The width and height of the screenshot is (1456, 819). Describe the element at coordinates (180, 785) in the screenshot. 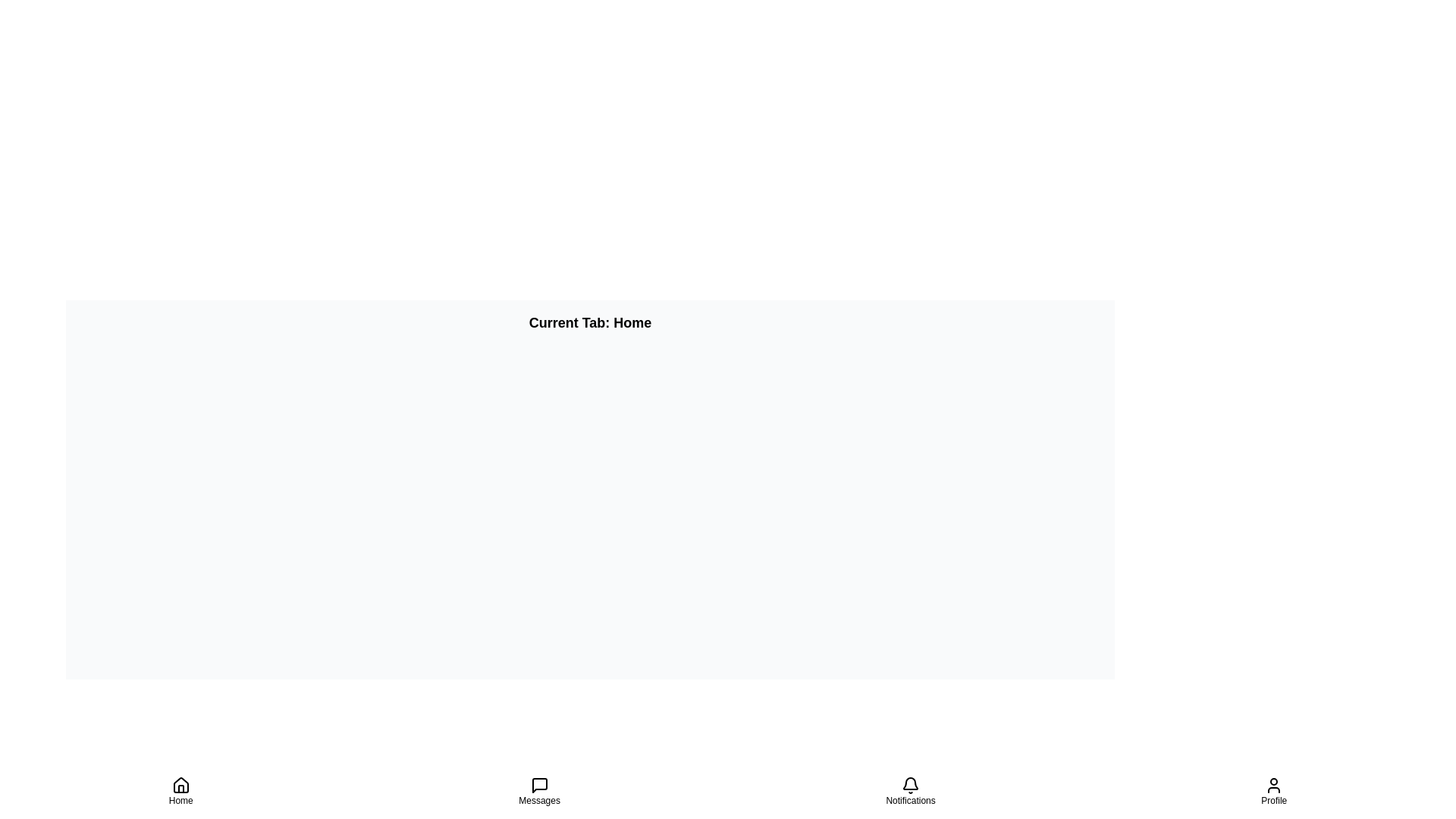

I see `the leftmost house icon labeled 'Home' in the bottom navigation bar for additional effects` at that location.